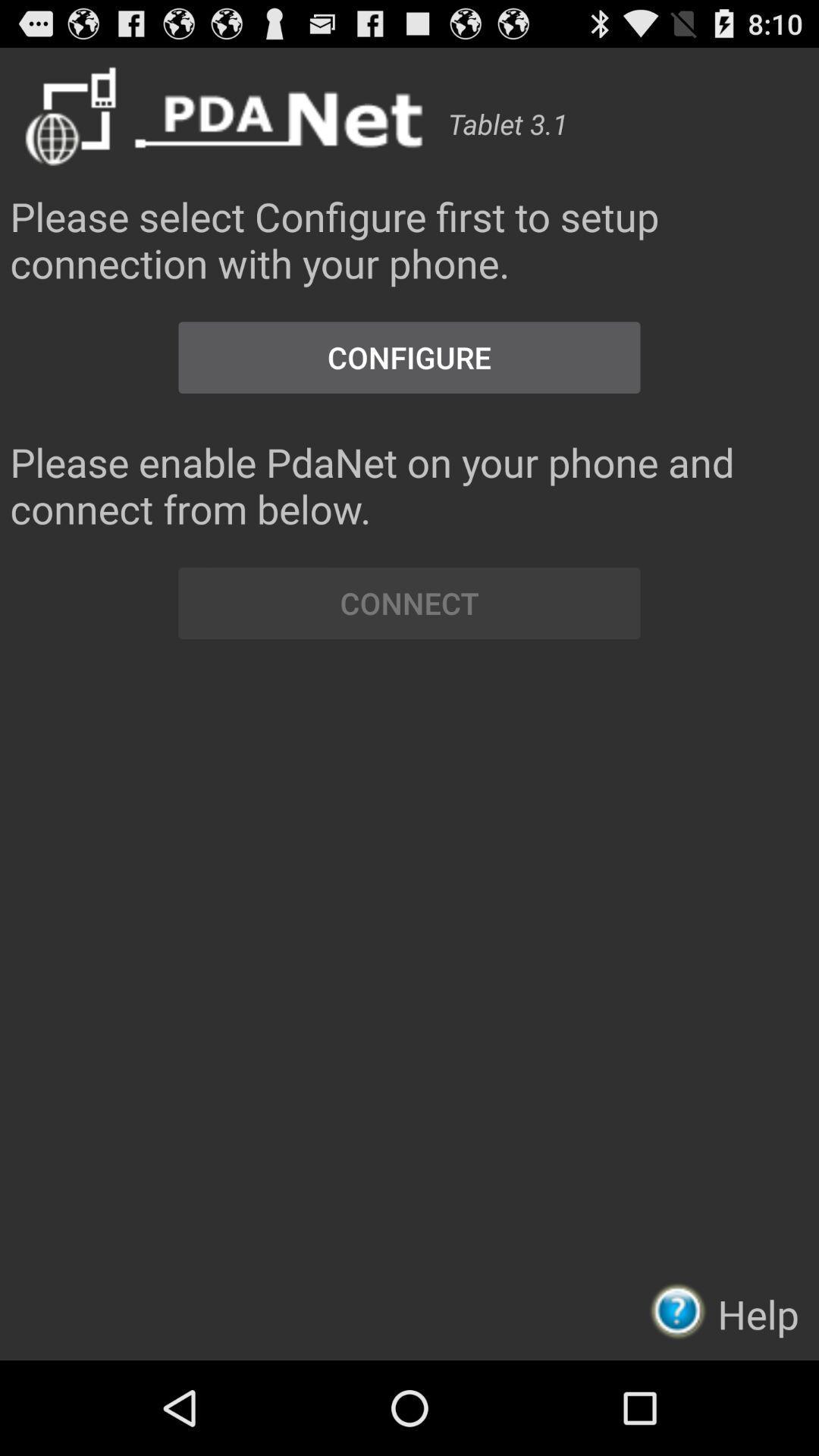  Describe the element at coordinates (682, 1310) in the screenshot. I see `item next to help icon` at that location.